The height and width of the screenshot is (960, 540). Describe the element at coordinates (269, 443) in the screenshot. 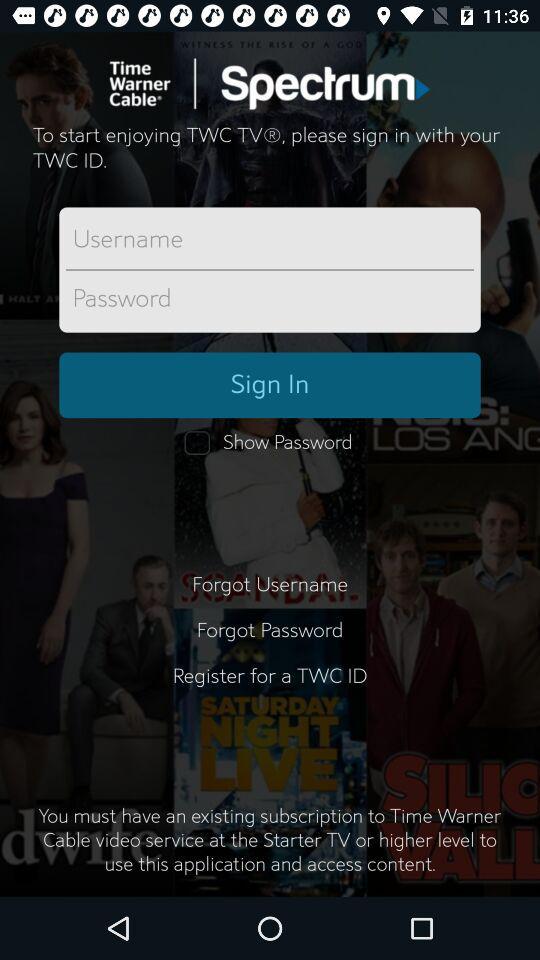

I see `the icon below the sign in` at that location.